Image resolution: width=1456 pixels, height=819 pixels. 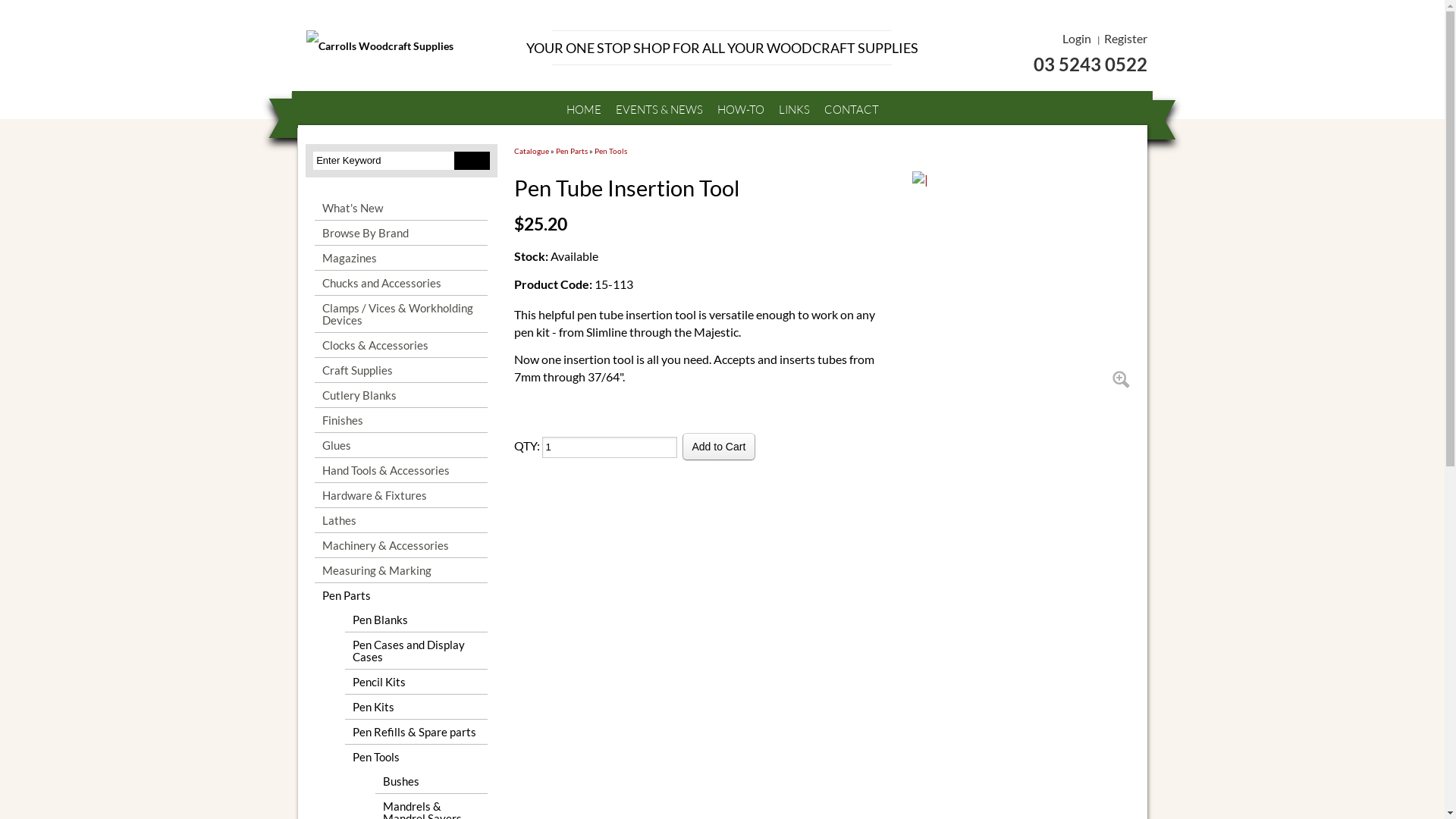 I want to click on 'Cutlery Blanks', so click(x=400, y=394).